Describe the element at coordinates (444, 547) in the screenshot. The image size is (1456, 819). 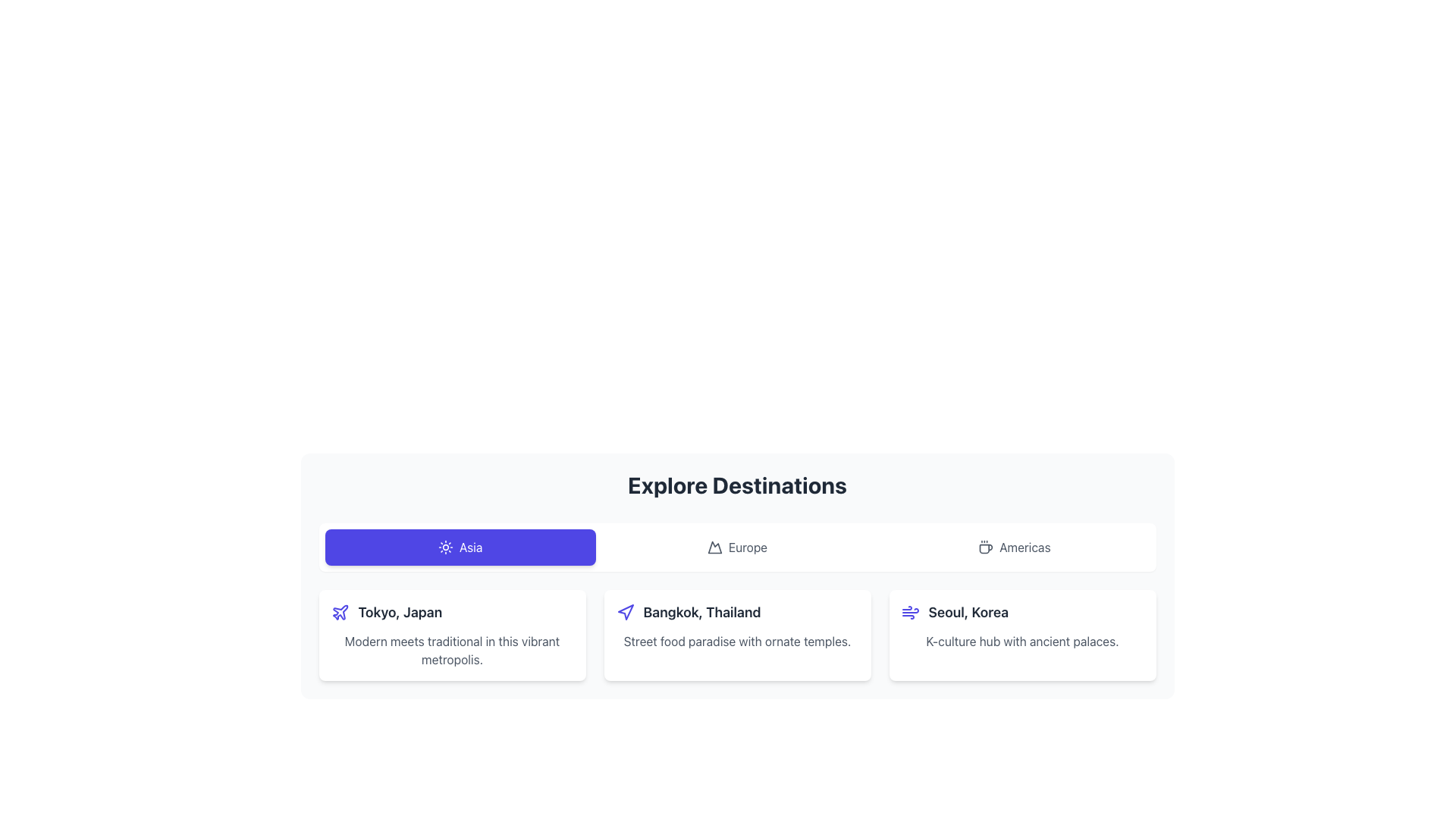
I see `the icon representing 'Asia' located to the left of the text within the 'Asia' button in the navigation menu of the 'Explore Destinations' section` at that location.